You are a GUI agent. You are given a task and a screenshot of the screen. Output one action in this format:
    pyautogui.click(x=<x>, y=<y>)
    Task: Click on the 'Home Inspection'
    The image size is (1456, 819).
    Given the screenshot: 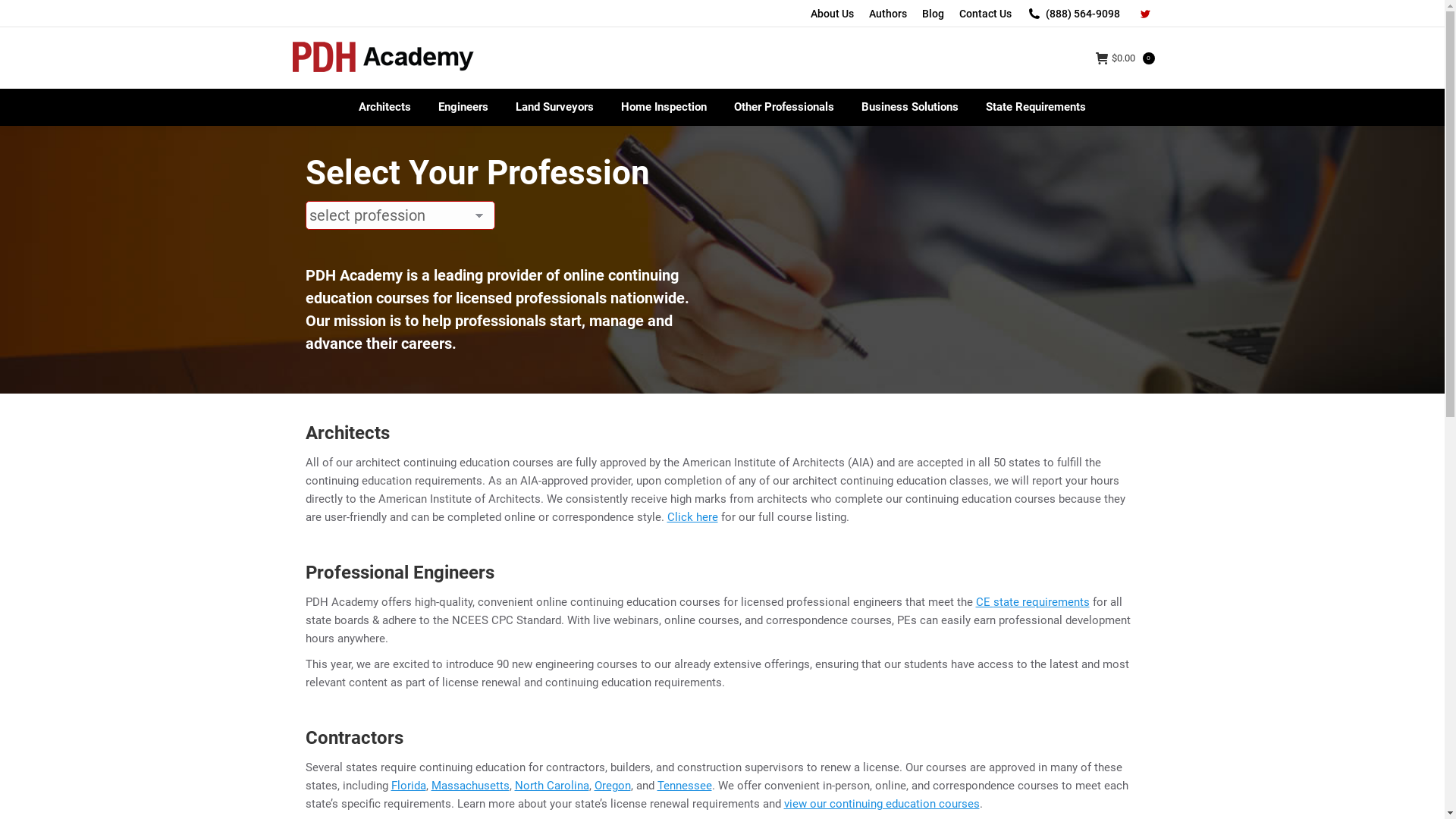 What is the action you would take?
    pyautogui.click(x=664, y=106)
    